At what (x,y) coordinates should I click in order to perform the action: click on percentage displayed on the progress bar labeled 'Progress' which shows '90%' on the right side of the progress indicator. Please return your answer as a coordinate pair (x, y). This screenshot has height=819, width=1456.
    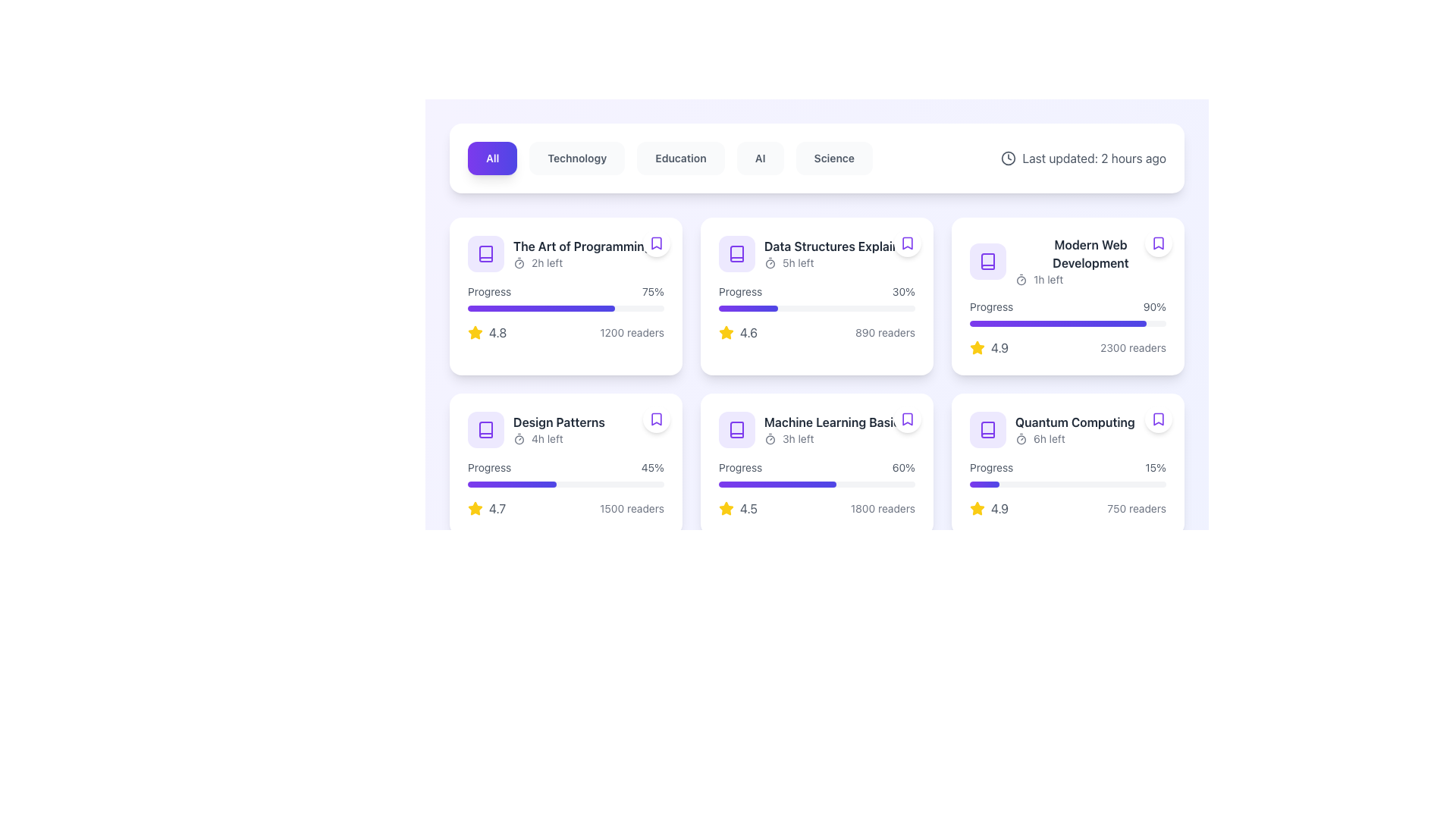
    Looking at the image, I should click on (1067, 312).